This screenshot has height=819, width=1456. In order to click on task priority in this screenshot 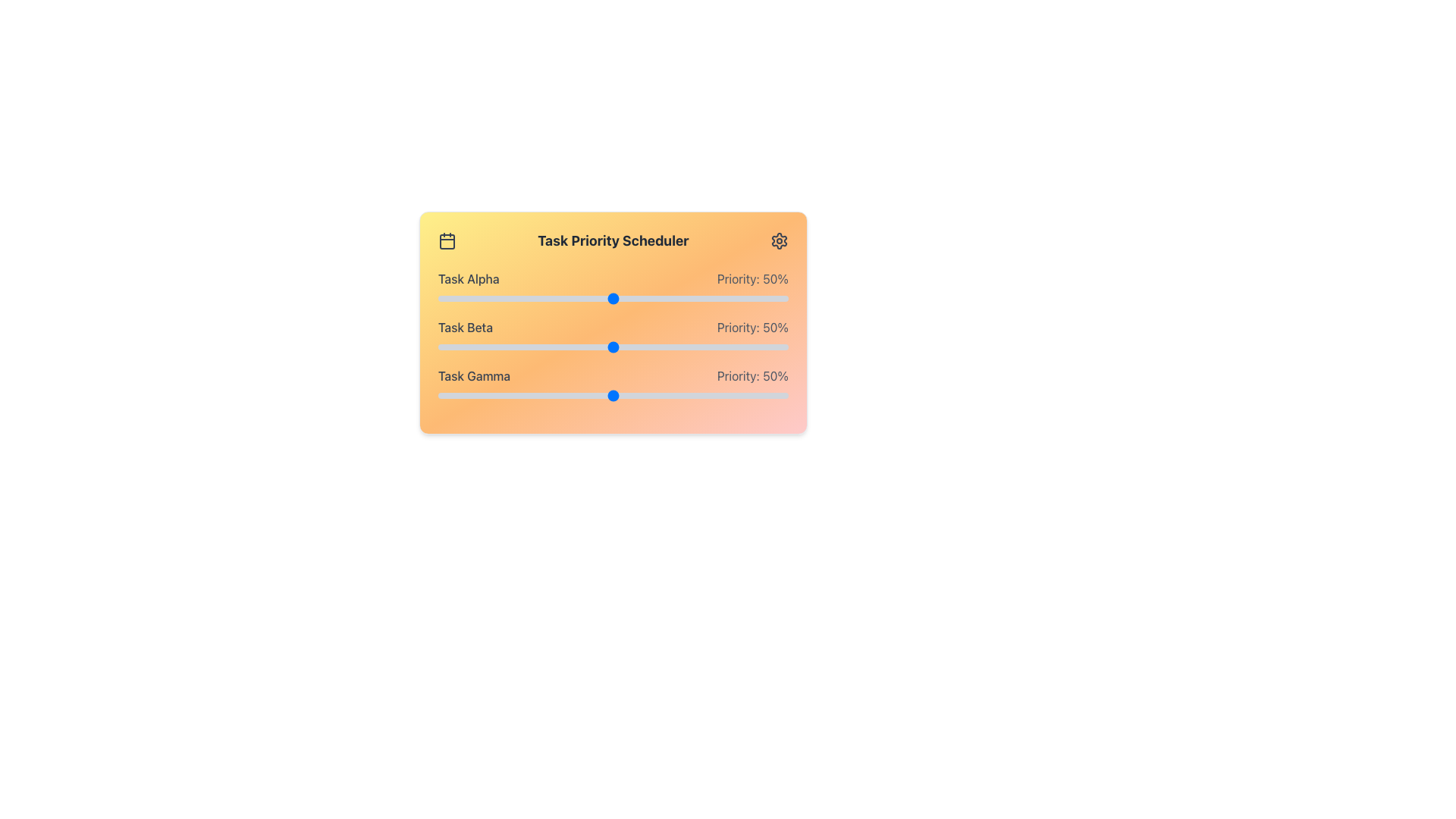, I will do `click(491, 394)`.